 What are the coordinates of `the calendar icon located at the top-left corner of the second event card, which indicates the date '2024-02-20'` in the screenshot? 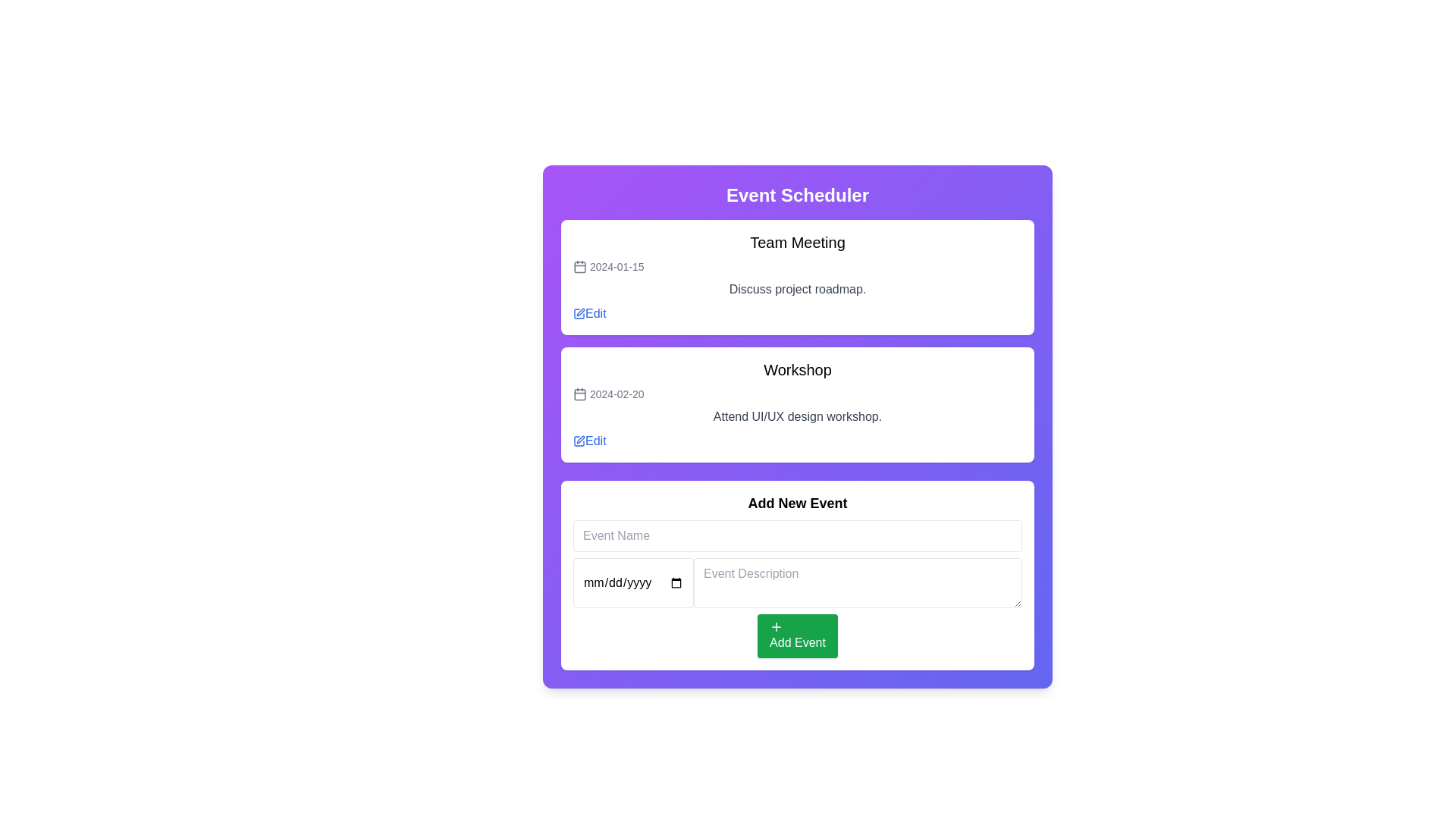 It's located at (579, 394).